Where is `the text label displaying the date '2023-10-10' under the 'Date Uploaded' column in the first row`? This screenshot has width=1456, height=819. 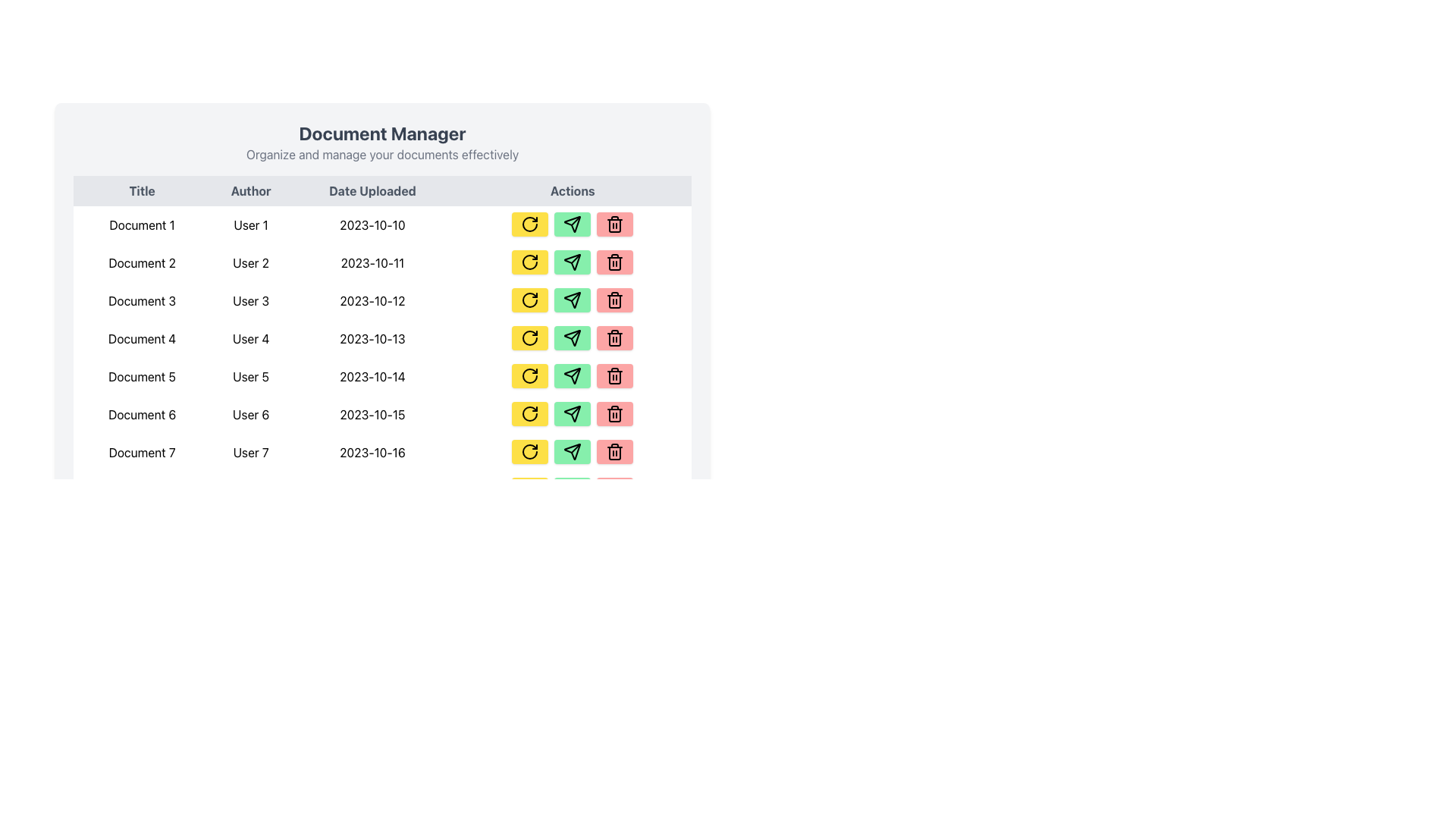 the text label displaying the date '2023-10-10' under the 'Date Uploaded' column in the first row is located at coordinates (372, 225).